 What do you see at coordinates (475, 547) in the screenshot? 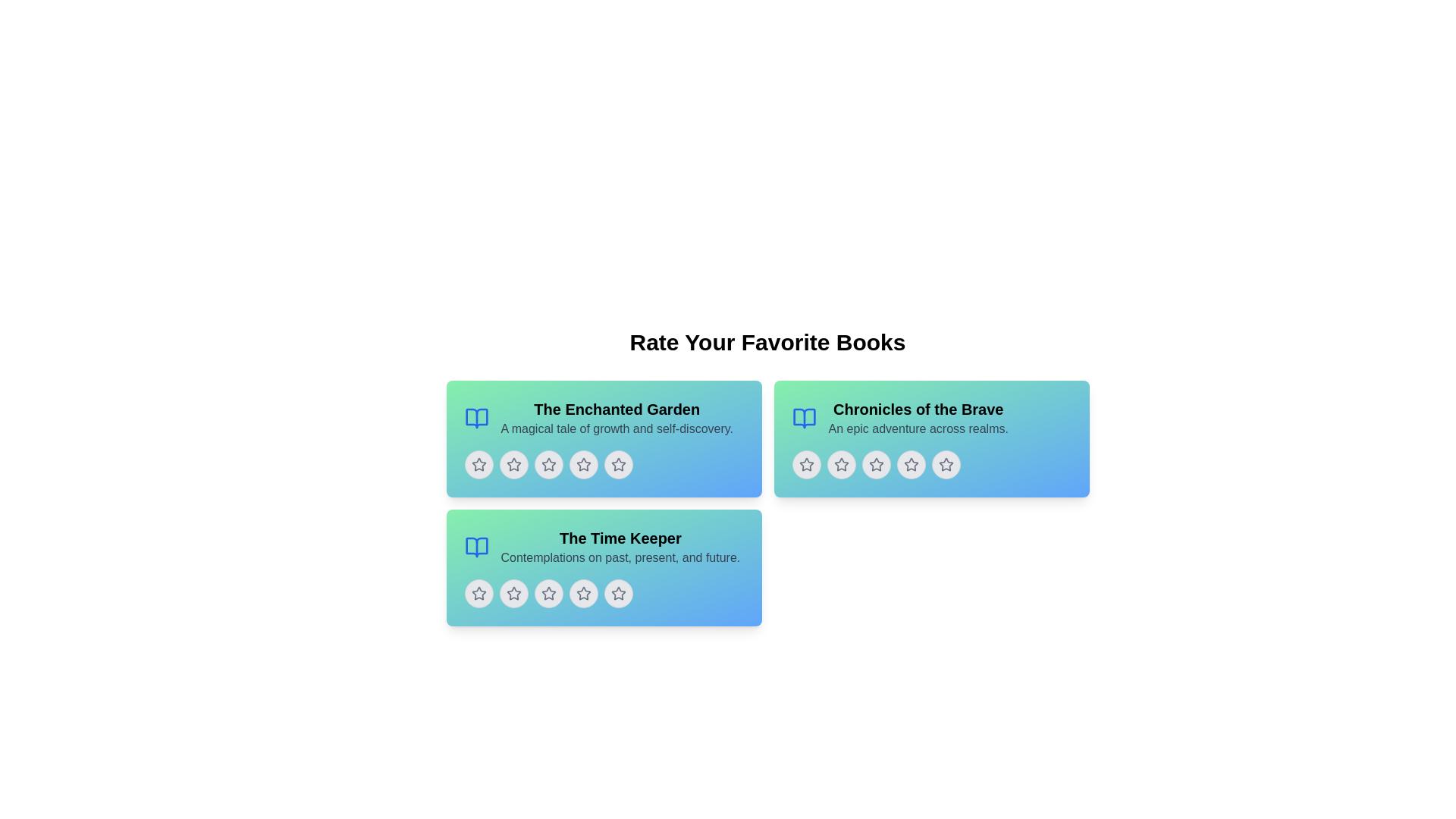
I see `the blue open book icon located in the lower left corner of the card for 'The Time Keeper', positioned to the left of the title and above the star icons` at bounding box center [475, 547].